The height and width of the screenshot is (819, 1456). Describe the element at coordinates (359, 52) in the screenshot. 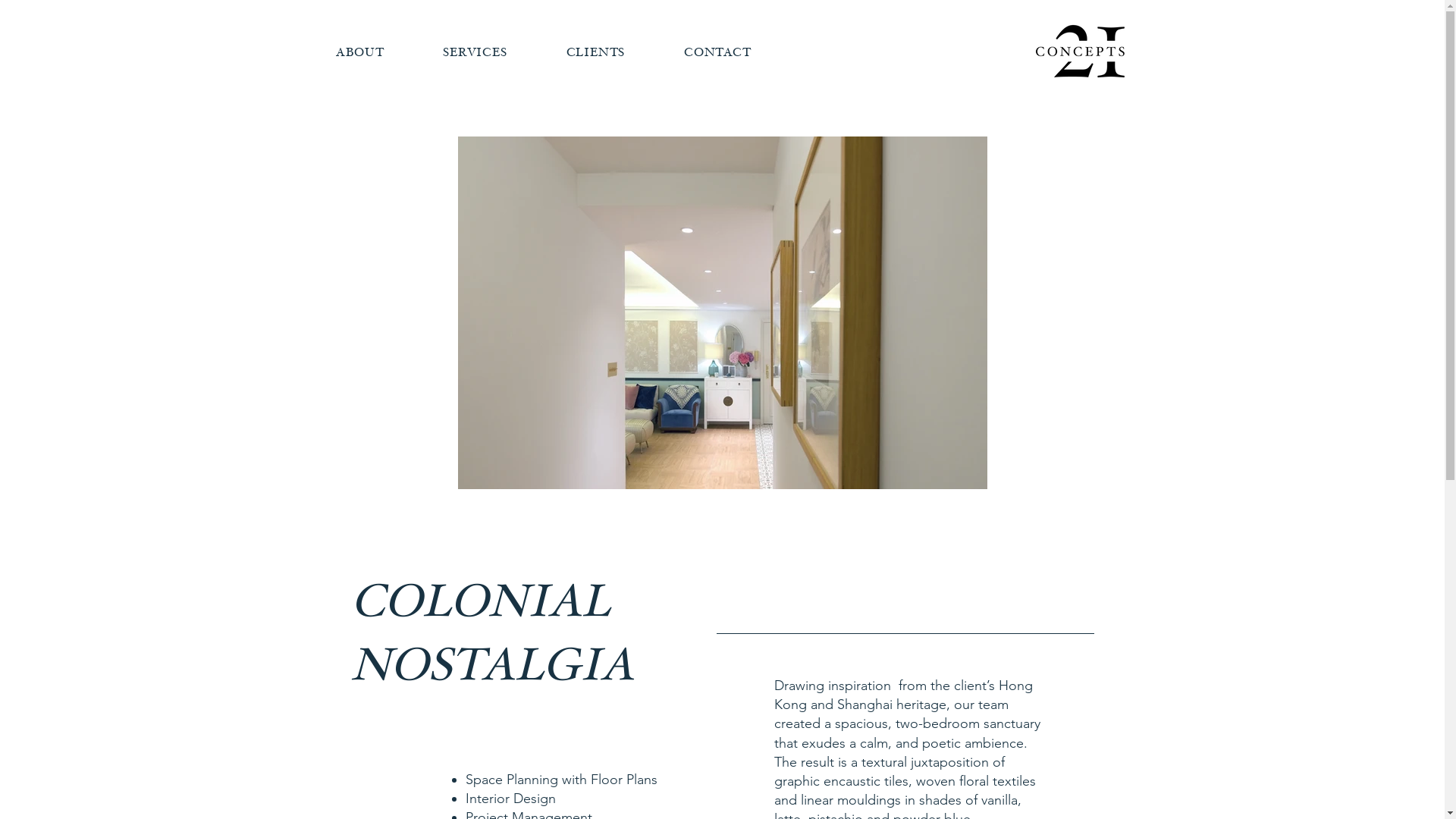

I see `'ABOUT'` at that location.